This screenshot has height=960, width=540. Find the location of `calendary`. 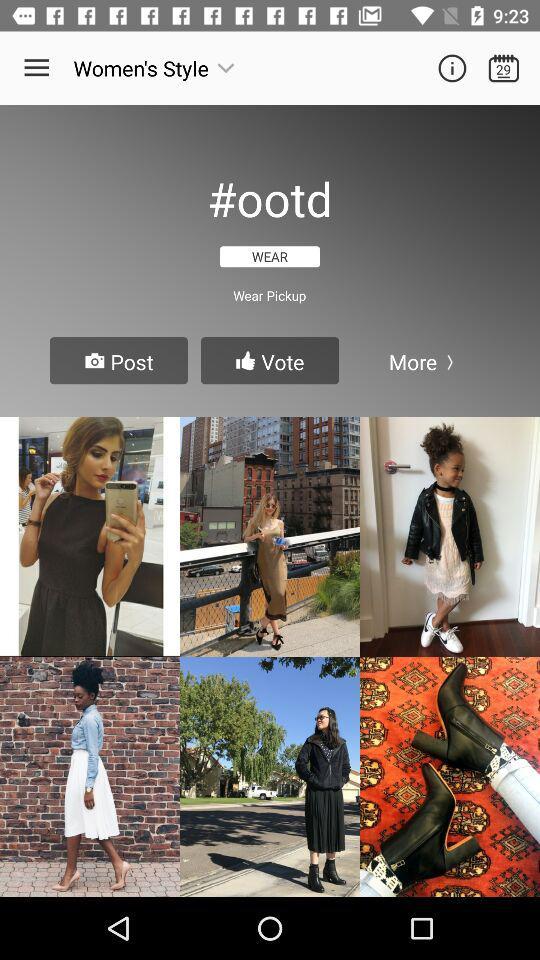

calendary is located at coordinates (502, 68).